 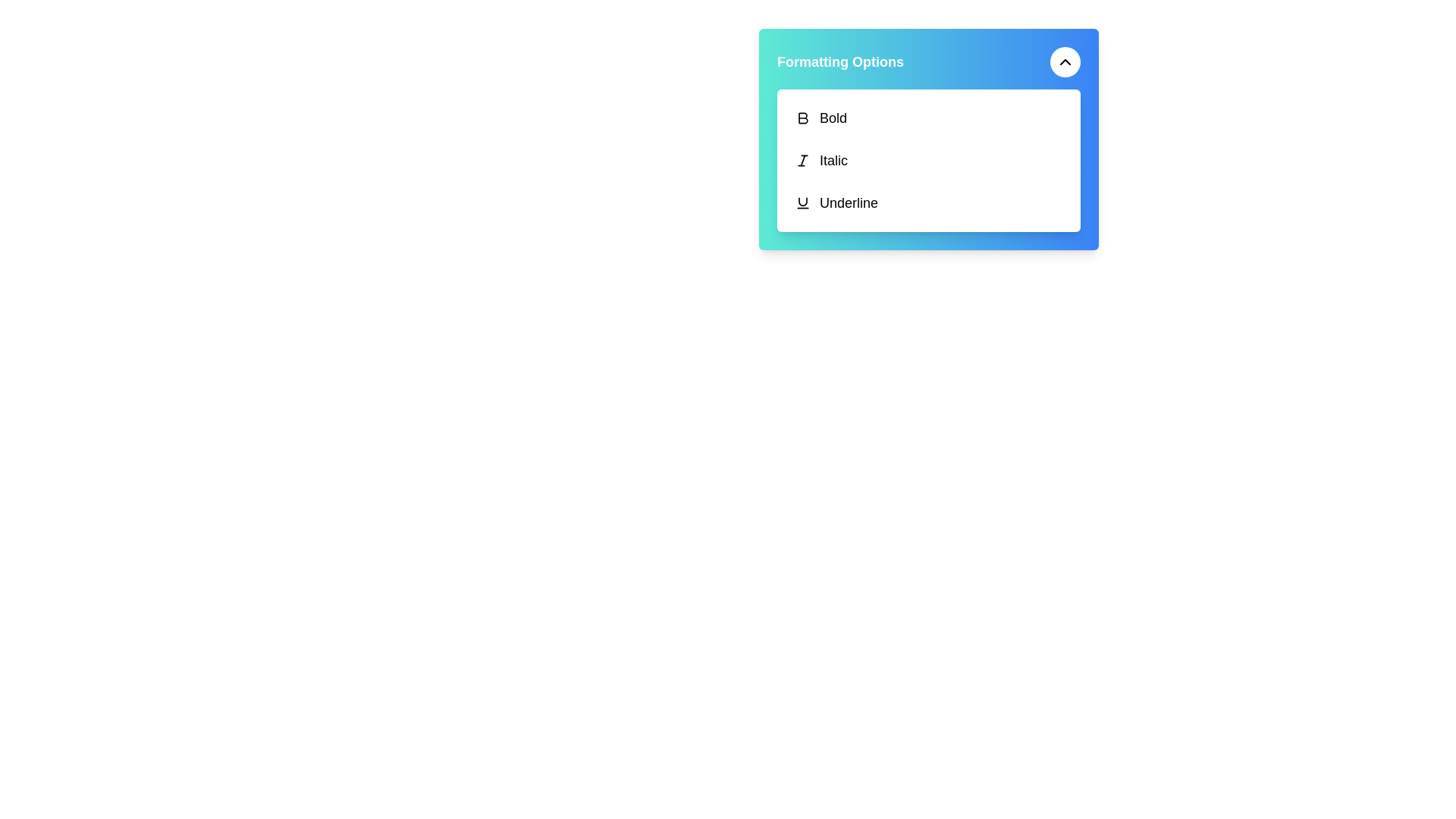 What do you see at coordinates (802, 161) in the screenshot?
I see `the italic-styled 'I' icon located under the 'Formatting Options' section beside the label 'Italic'` at bounding box center [802, 161].